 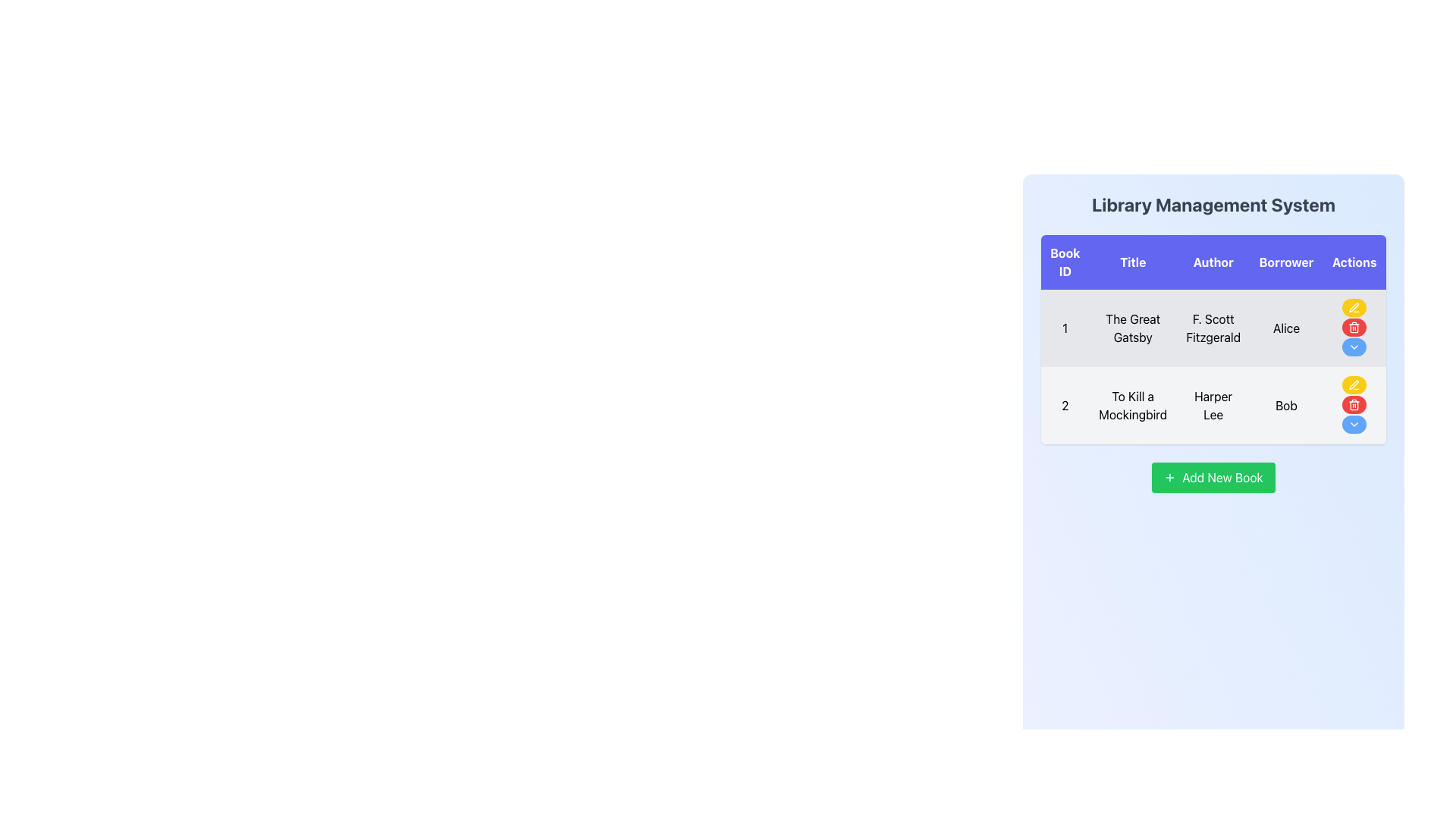 I want to click on text label indicating the serial order or ID of the corresponding book entry, located at the leftmost position in the table row for book details, so click(x=1064, y=327).